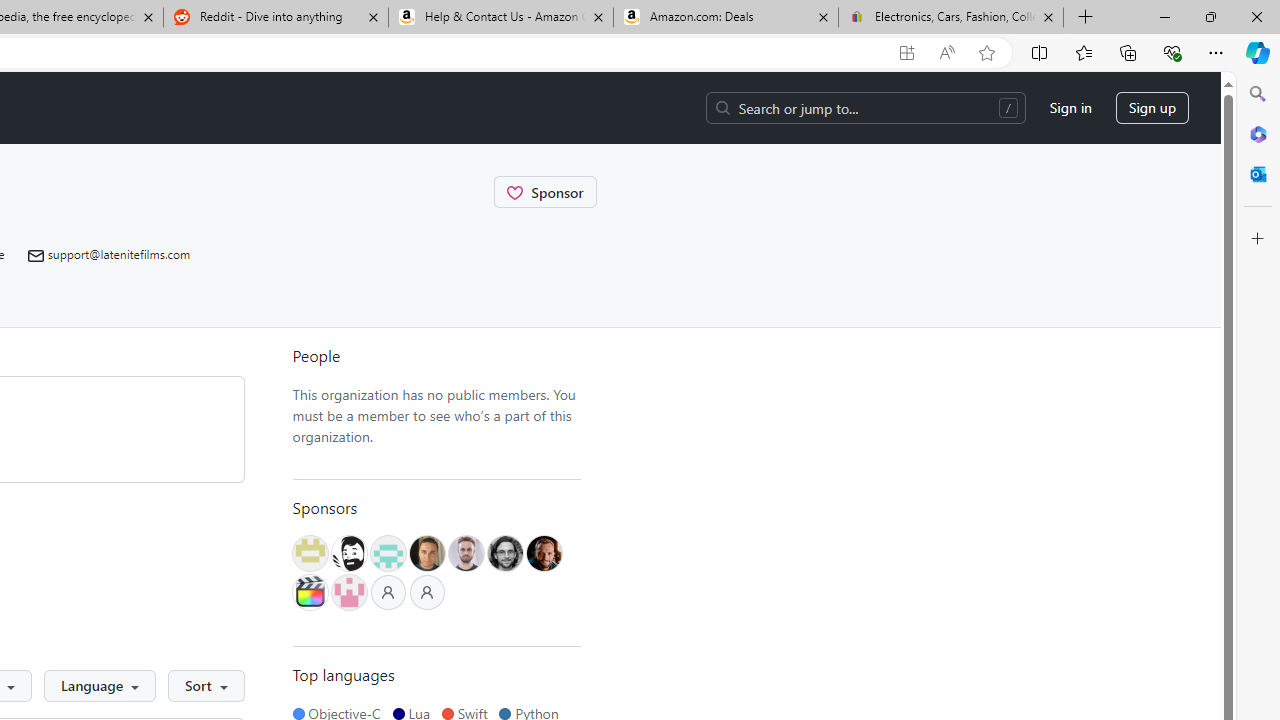 The height and width of the screenshot is (720, 1280). Describe the element at coordinates (274, 17) in the screenshot. I see `'Reddit - Dive into anything'` at that location.